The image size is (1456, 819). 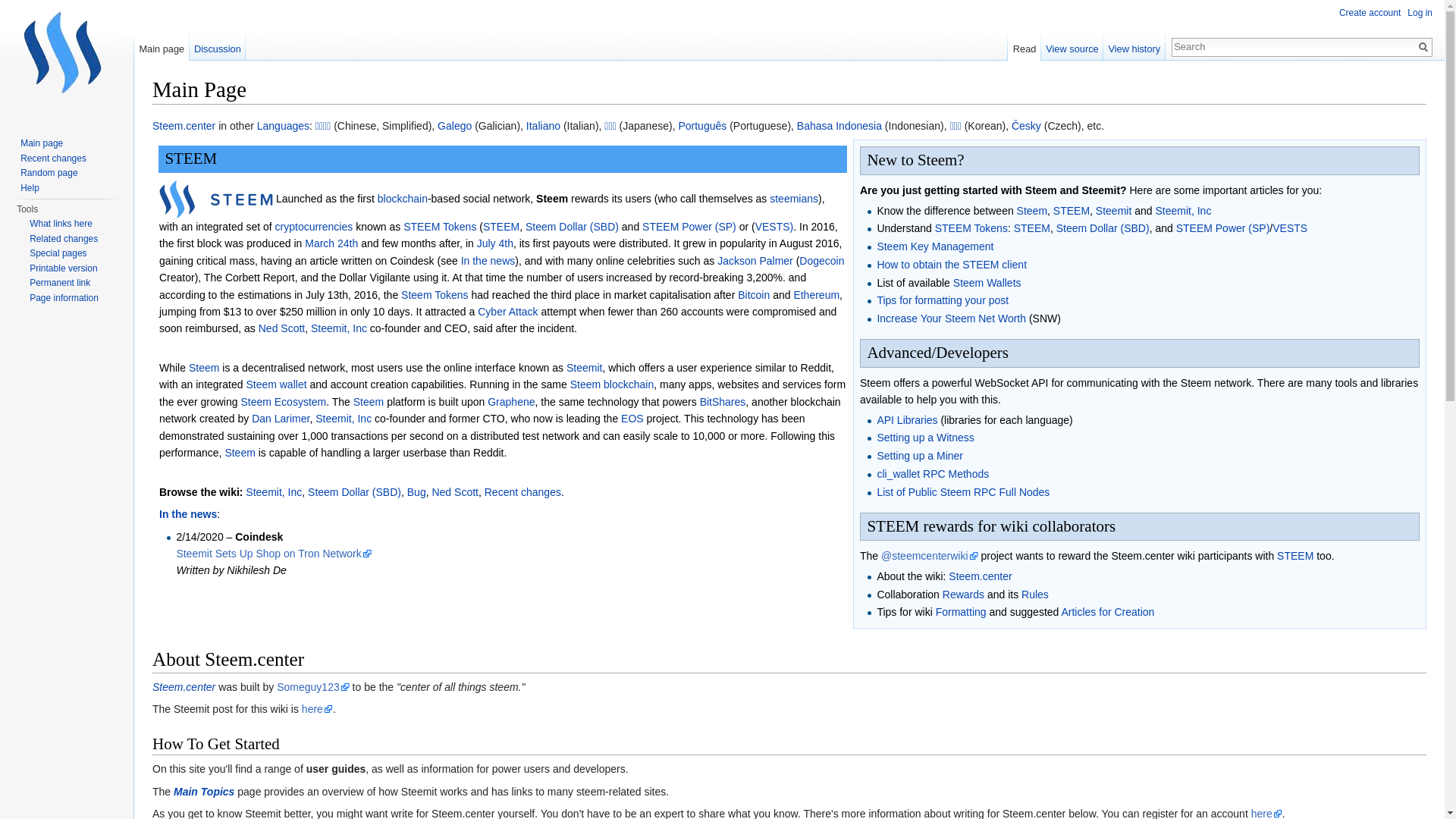 I want to click on 'Page information', so click(x=29, y=298).